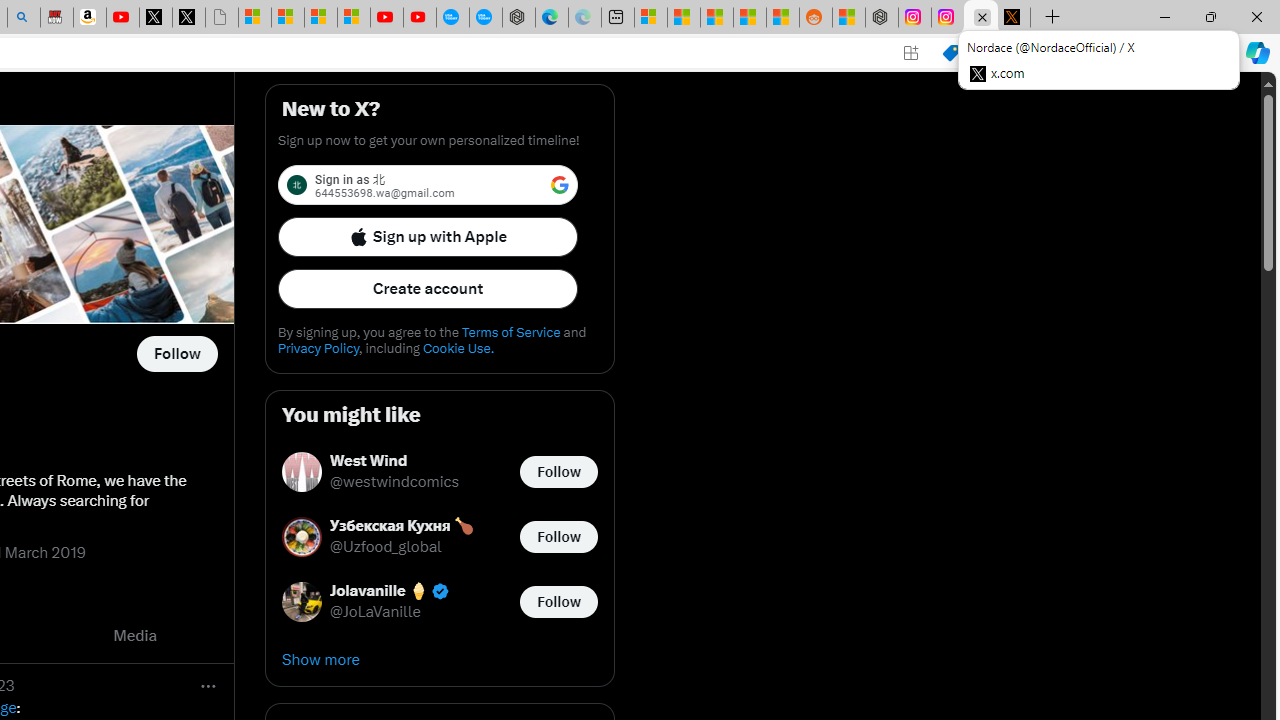 The width and height of the screenshot is (1280, 720). Describe the element at coordinates (122, 17) in the screenshot. I see `'Day 1: Arriving in Yemen (surreal to be here) - YouTube'` at that location.